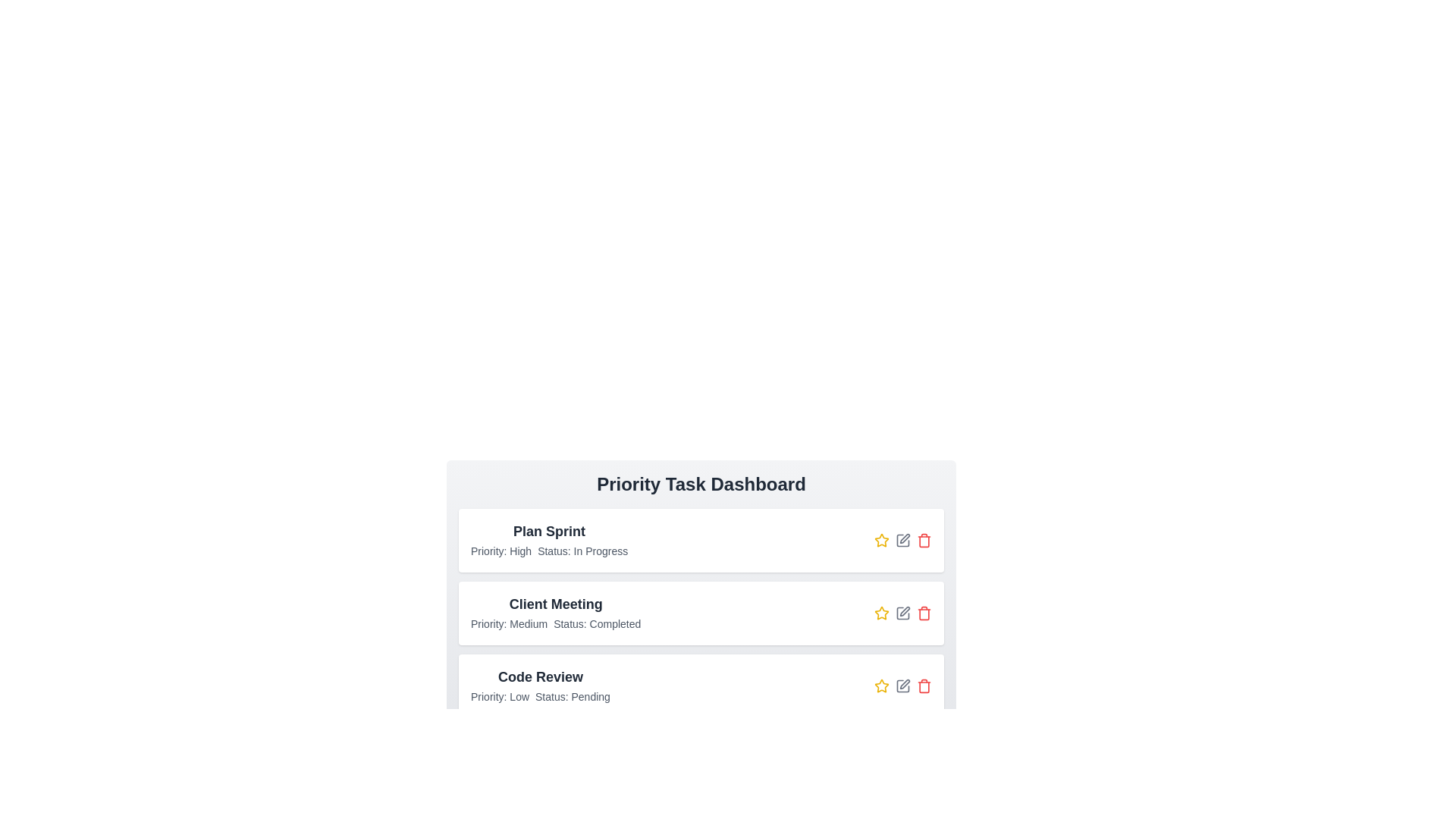  What do you see at coordinates (924, 613) in the screenshot?
I see `the delete button for the task titled Client Meeting` at bounding box center [924, 613].